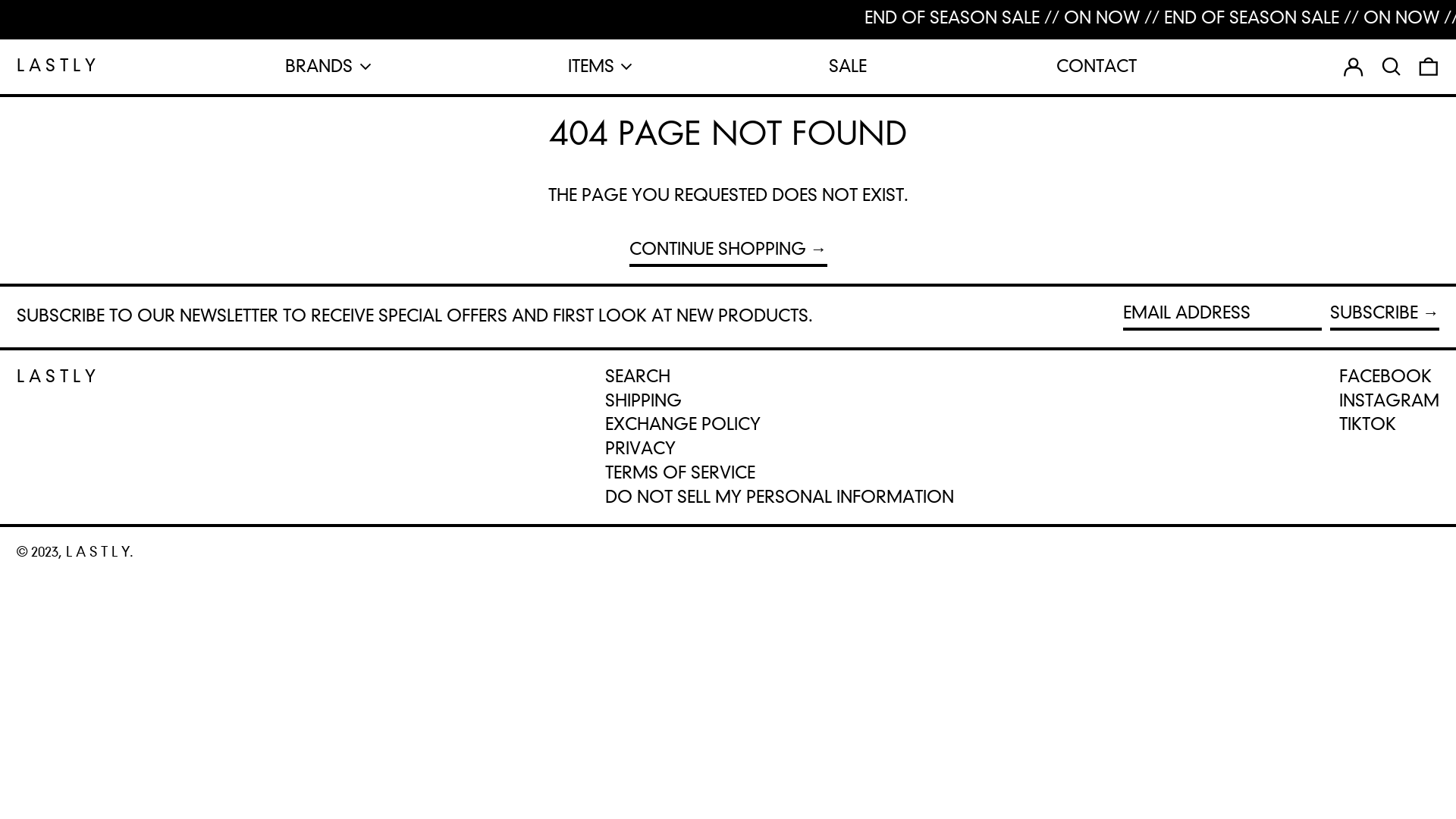  I want to click on 'TIKTOK', so click(1367, 424).